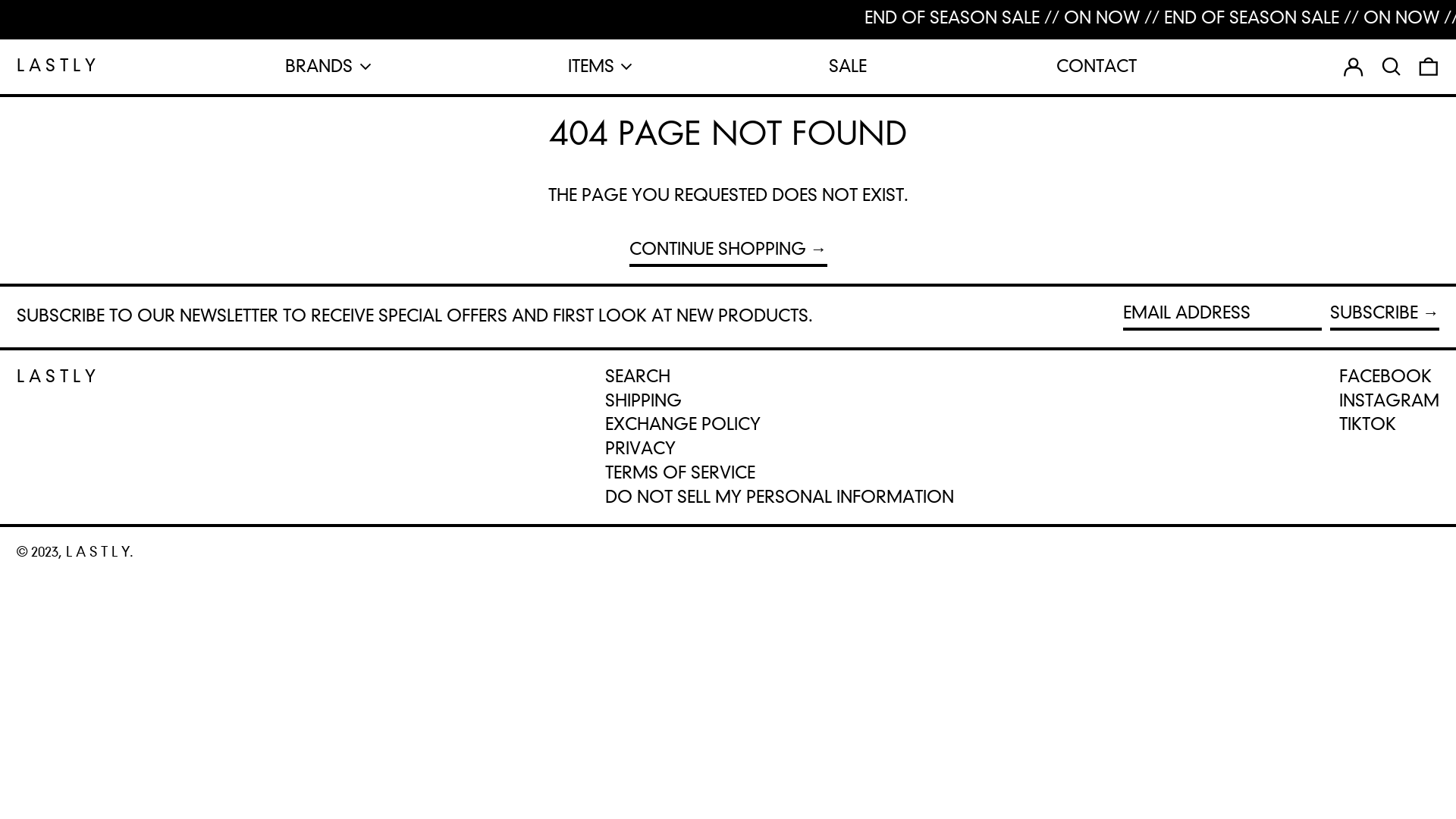  I want to click on 'TIKTOK', so click(1367, 424).